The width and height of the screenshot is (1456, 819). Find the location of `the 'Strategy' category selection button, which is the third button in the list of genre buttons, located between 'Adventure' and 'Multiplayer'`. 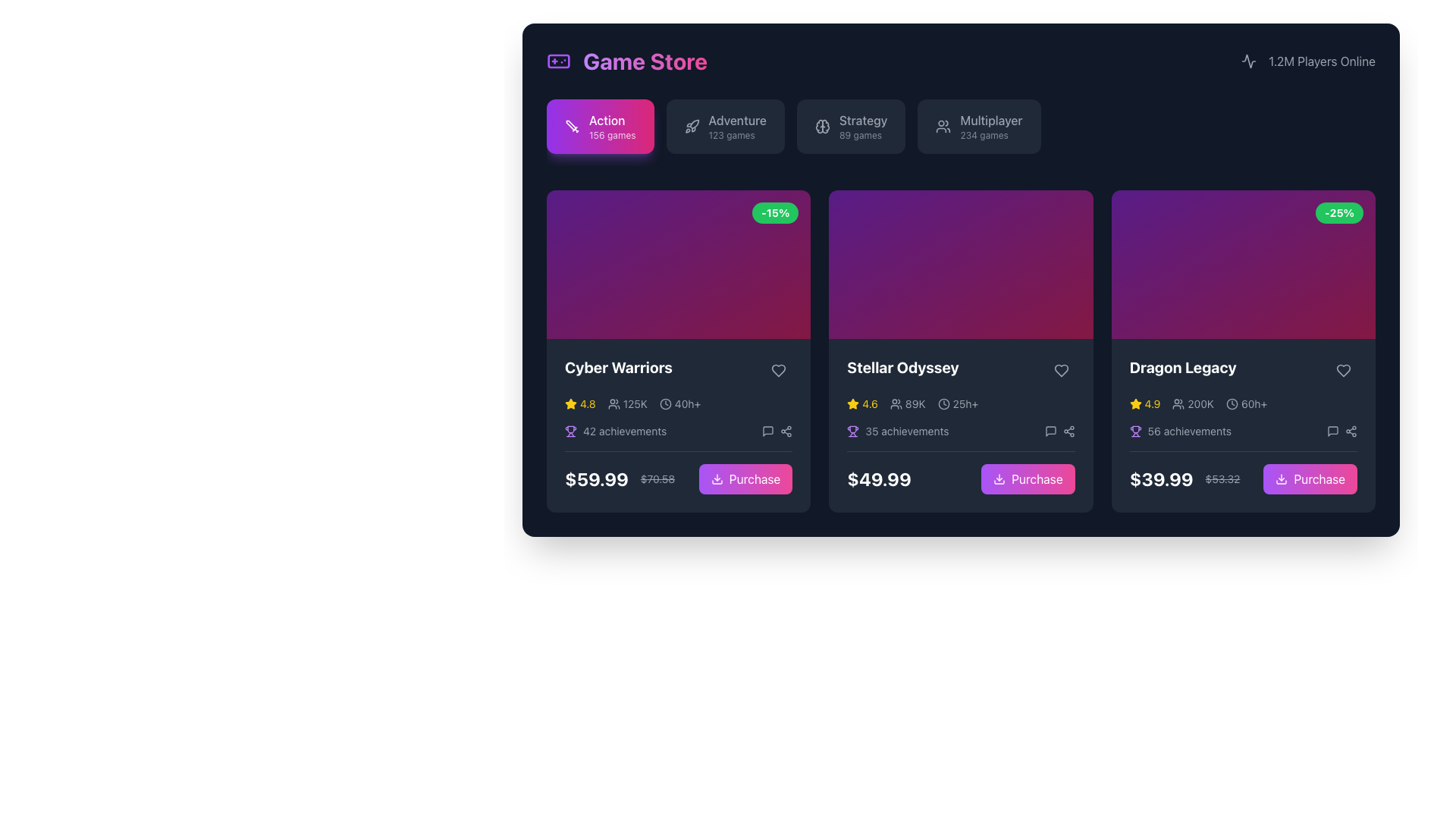

the 'Strategy' category selection button, which is the third button in the list of genre buttons, located between 'Adventure' and 'Multiplayer' is located at coordinates (851, 125).